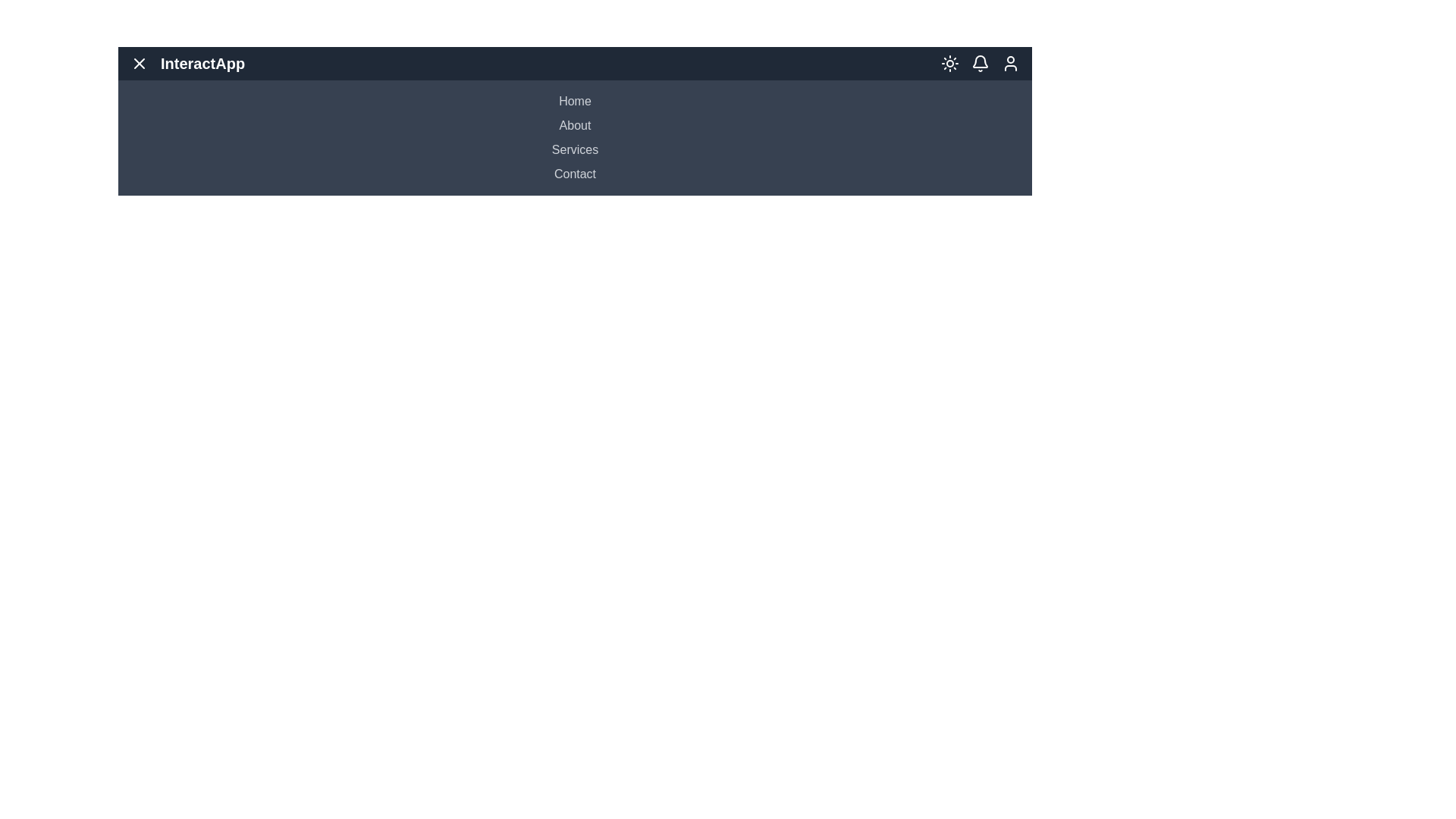 The height and width of the screenshot is (819, 1456). I want to click on the notification bell icon to view notifications, so click(980, 63).